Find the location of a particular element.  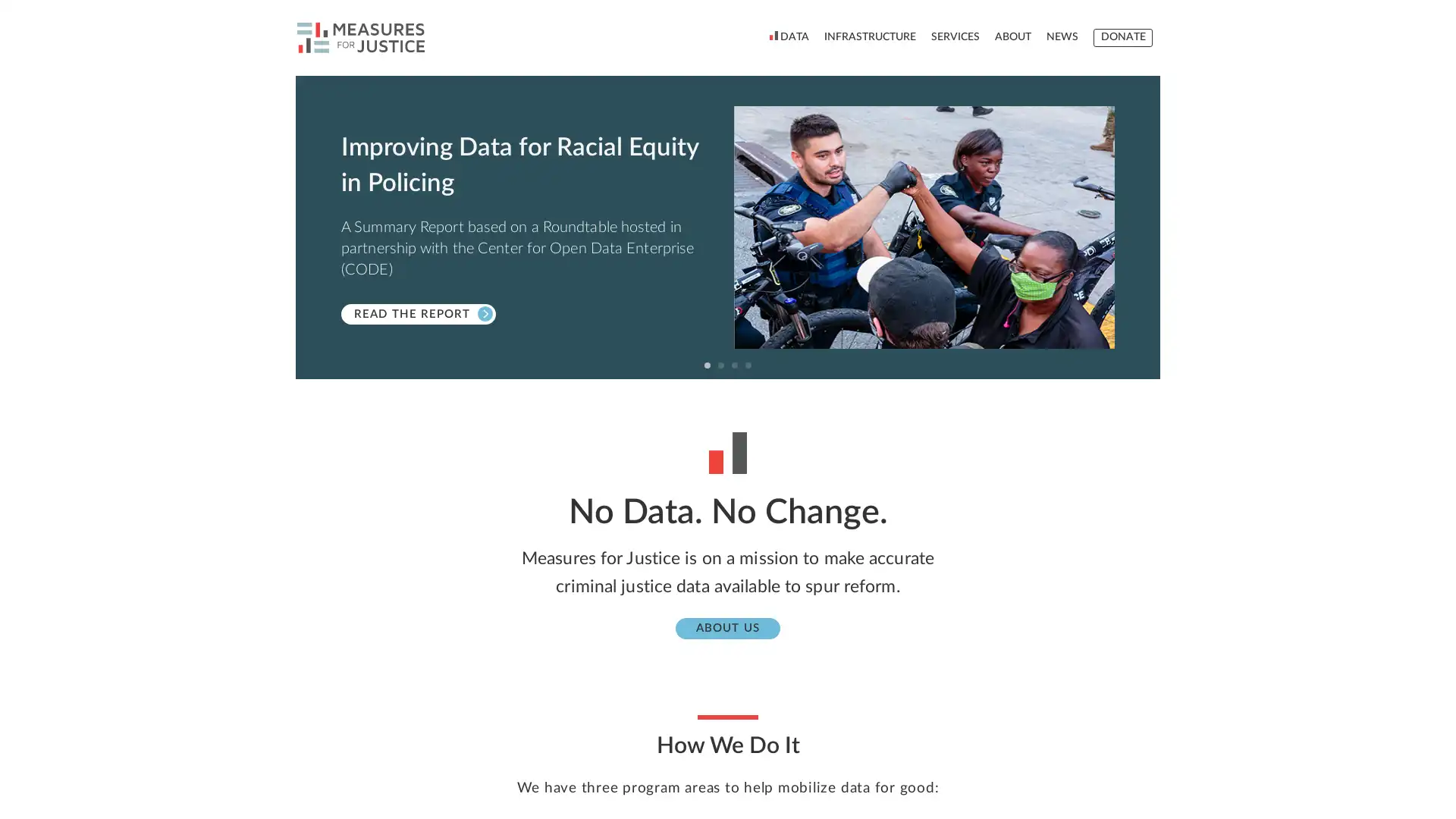

Previous carousel item is located at coordinates (312, 227).